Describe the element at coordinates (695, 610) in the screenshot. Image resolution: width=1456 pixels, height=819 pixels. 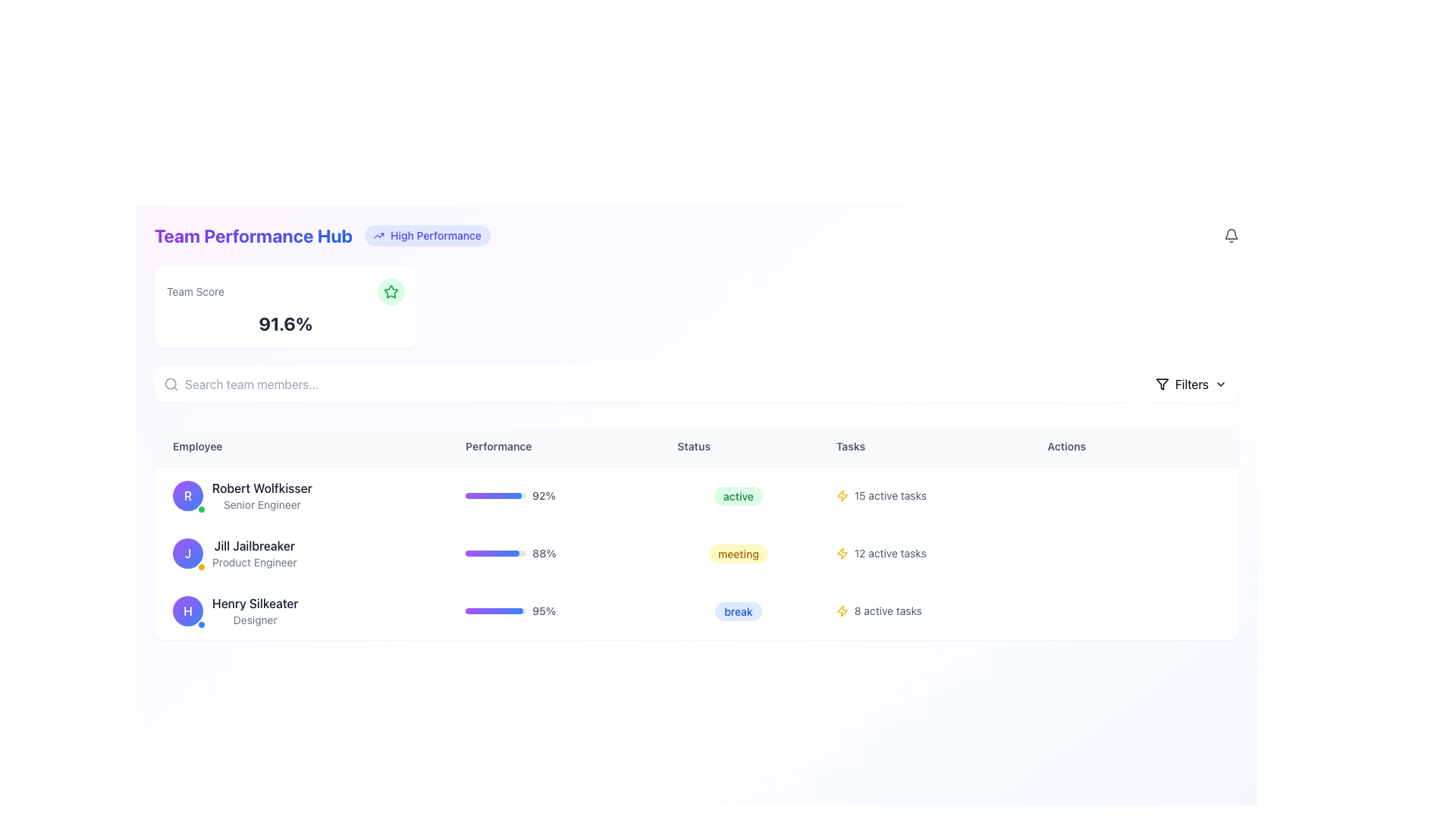
I see `the third entry row in the performance table displaying information about team member Henry Silkeater` at that location.